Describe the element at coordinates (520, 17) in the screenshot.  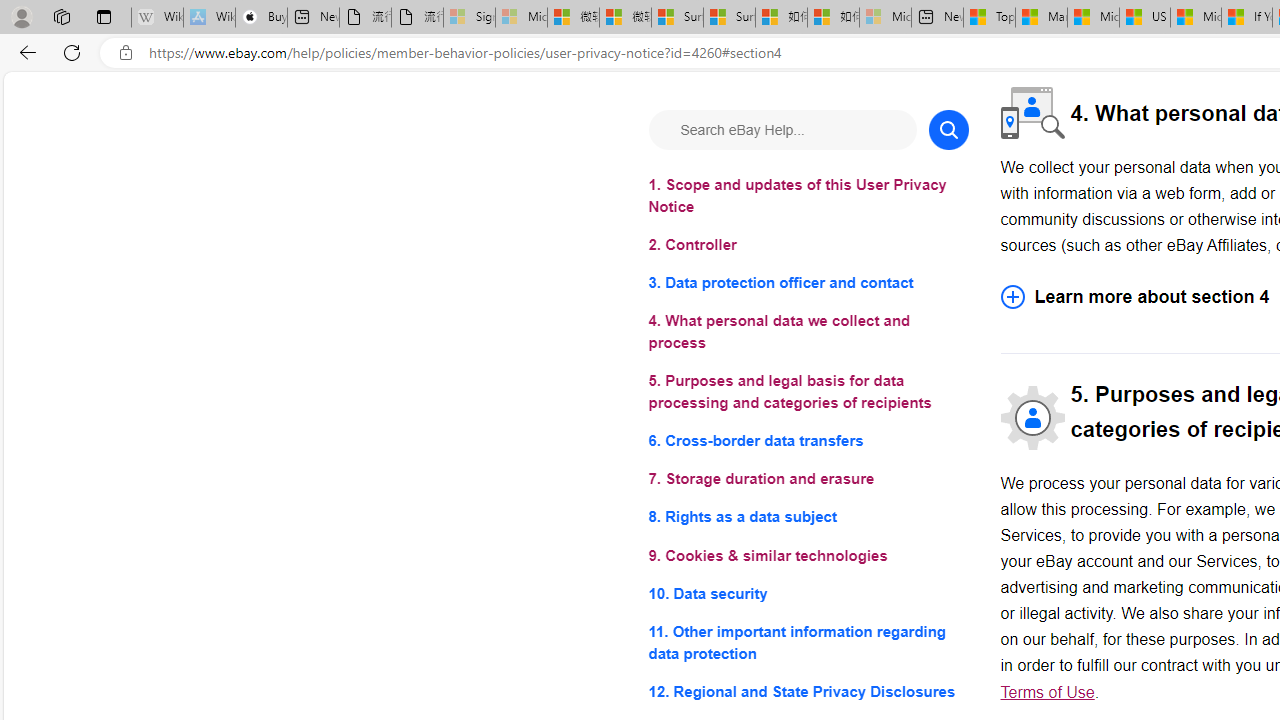
I see `'Microsoft Services Agreement - Sleeping'` at that location.